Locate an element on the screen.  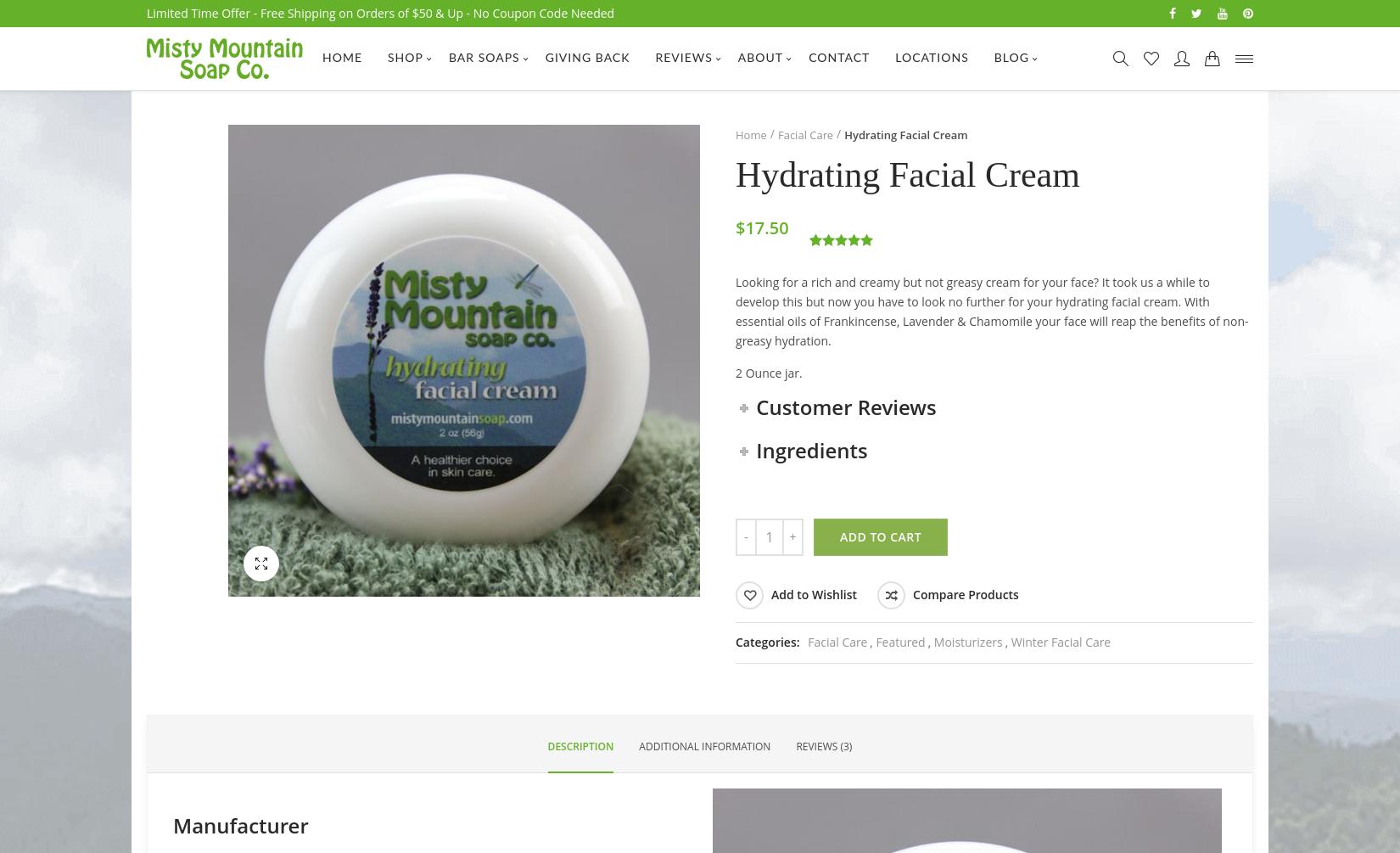
'Compare Products' is located at coordinates (966, 594).